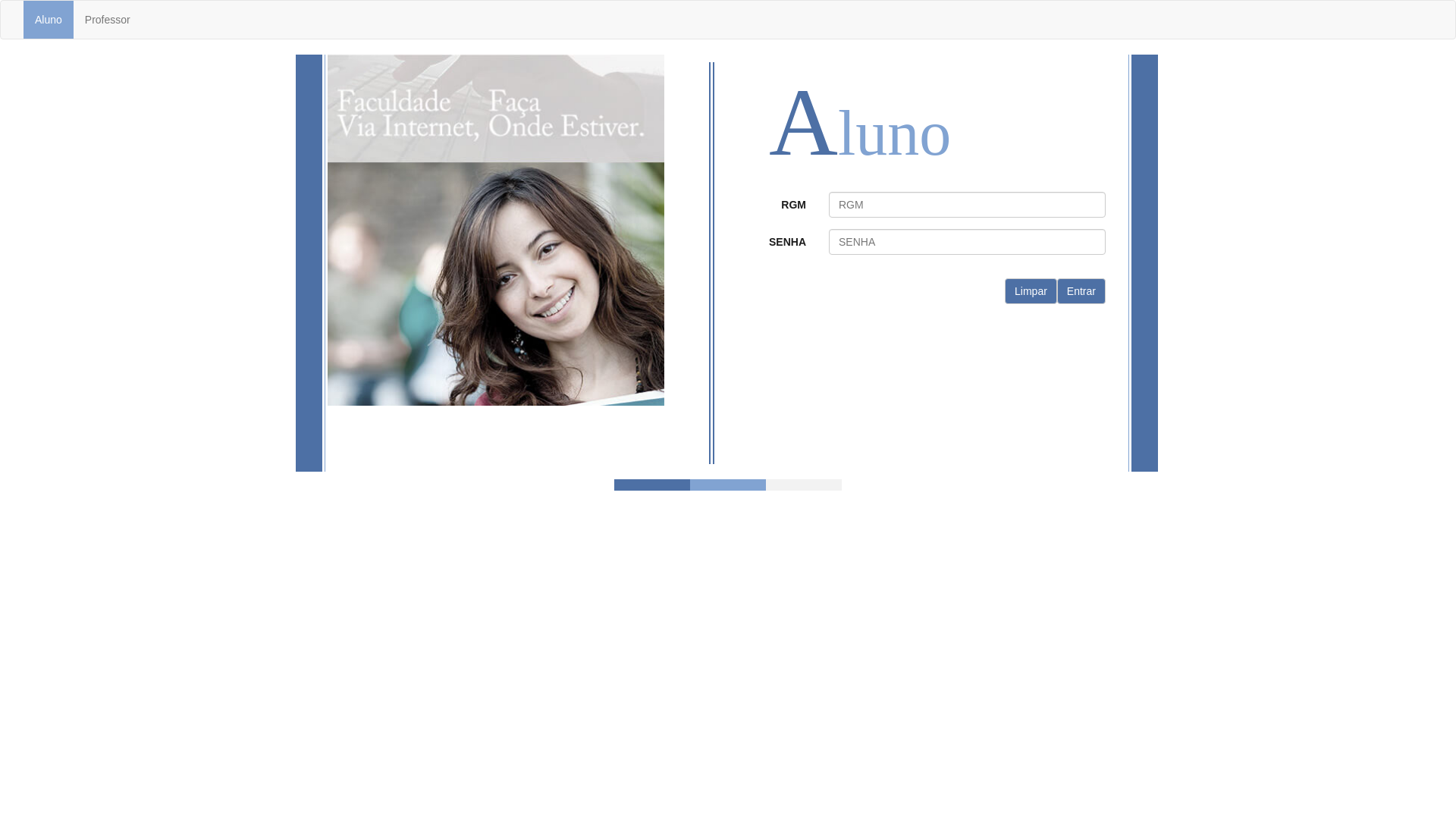  I want to click on 'Entrar', so click(1080, 291).